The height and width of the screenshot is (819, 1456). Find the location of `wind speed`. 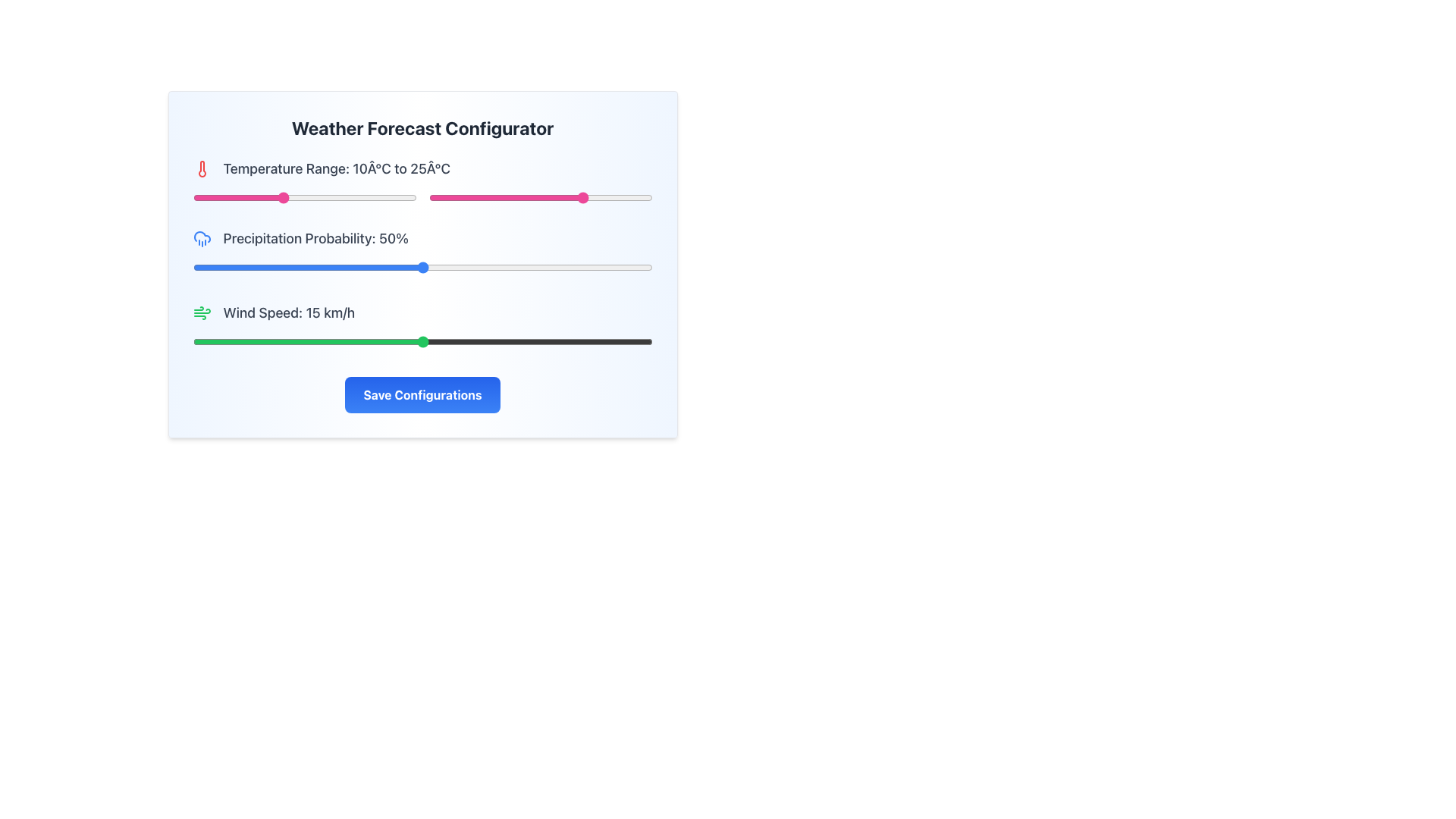

wind speed is located at coordinates (345, 342).